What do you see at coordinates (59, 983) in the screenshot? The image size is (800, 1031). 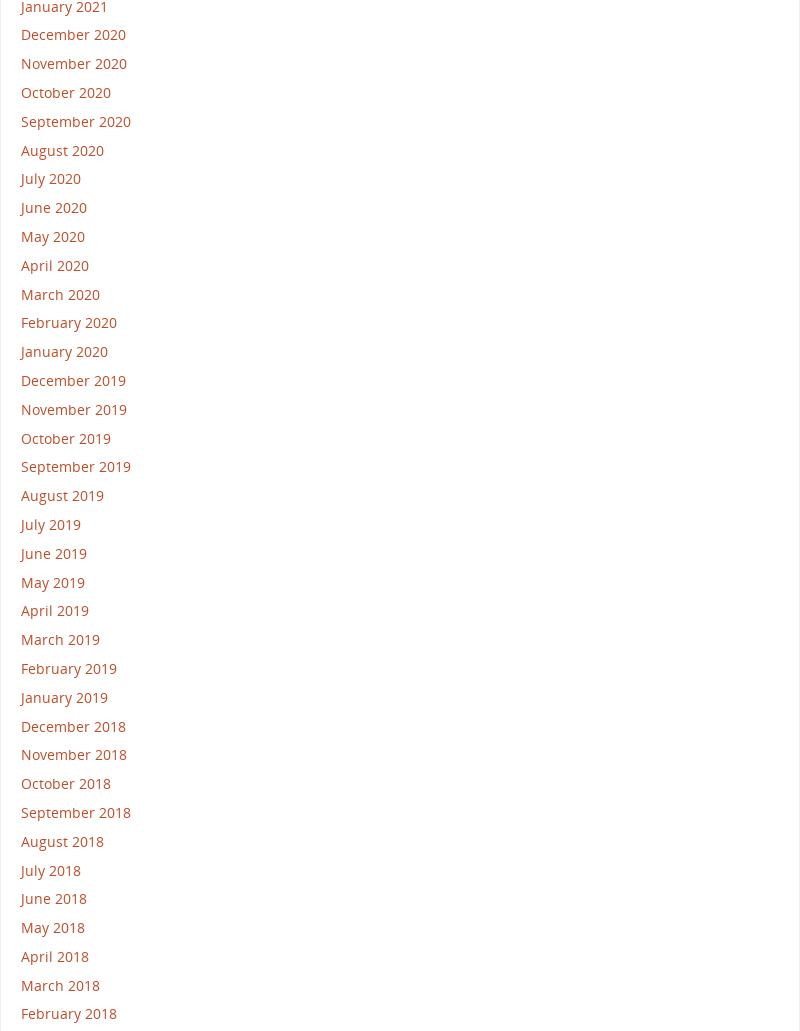 I see `'March 2018'` at bounding box center [59, 983].